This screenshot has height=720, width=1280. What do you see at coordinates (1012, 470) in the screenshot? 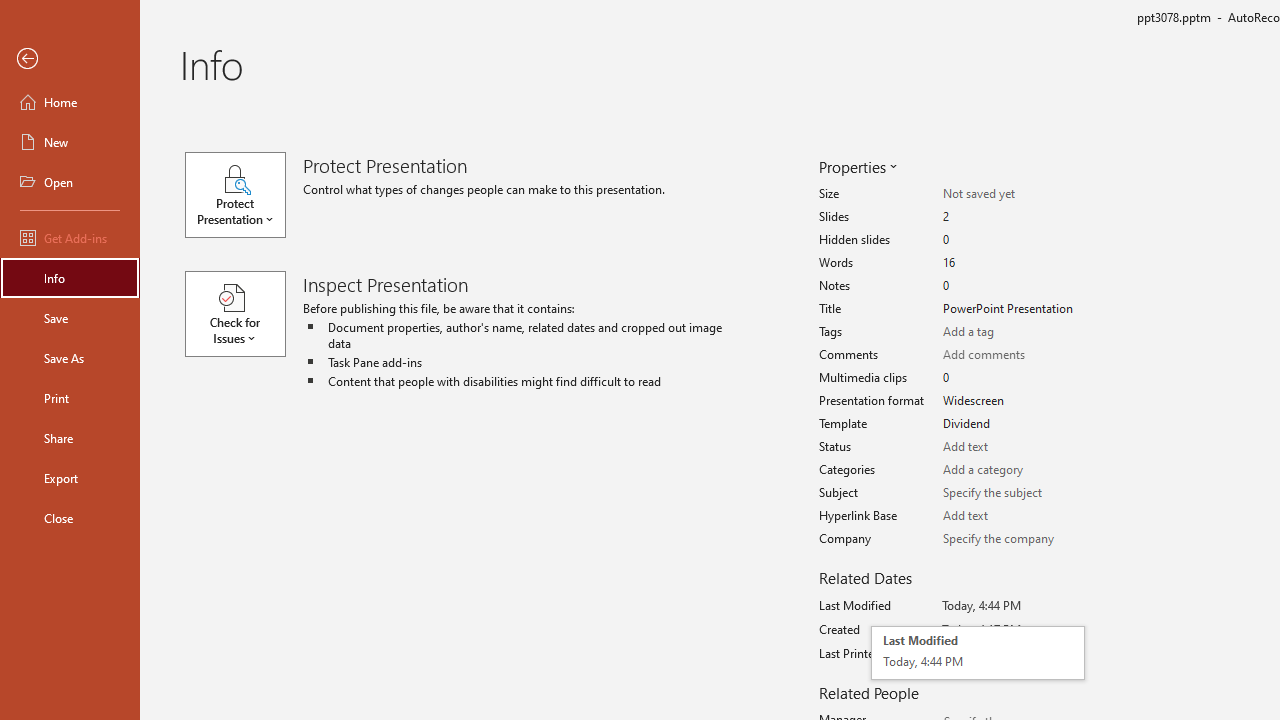
I see `'Categories'` at bounding box center [1012, 470].